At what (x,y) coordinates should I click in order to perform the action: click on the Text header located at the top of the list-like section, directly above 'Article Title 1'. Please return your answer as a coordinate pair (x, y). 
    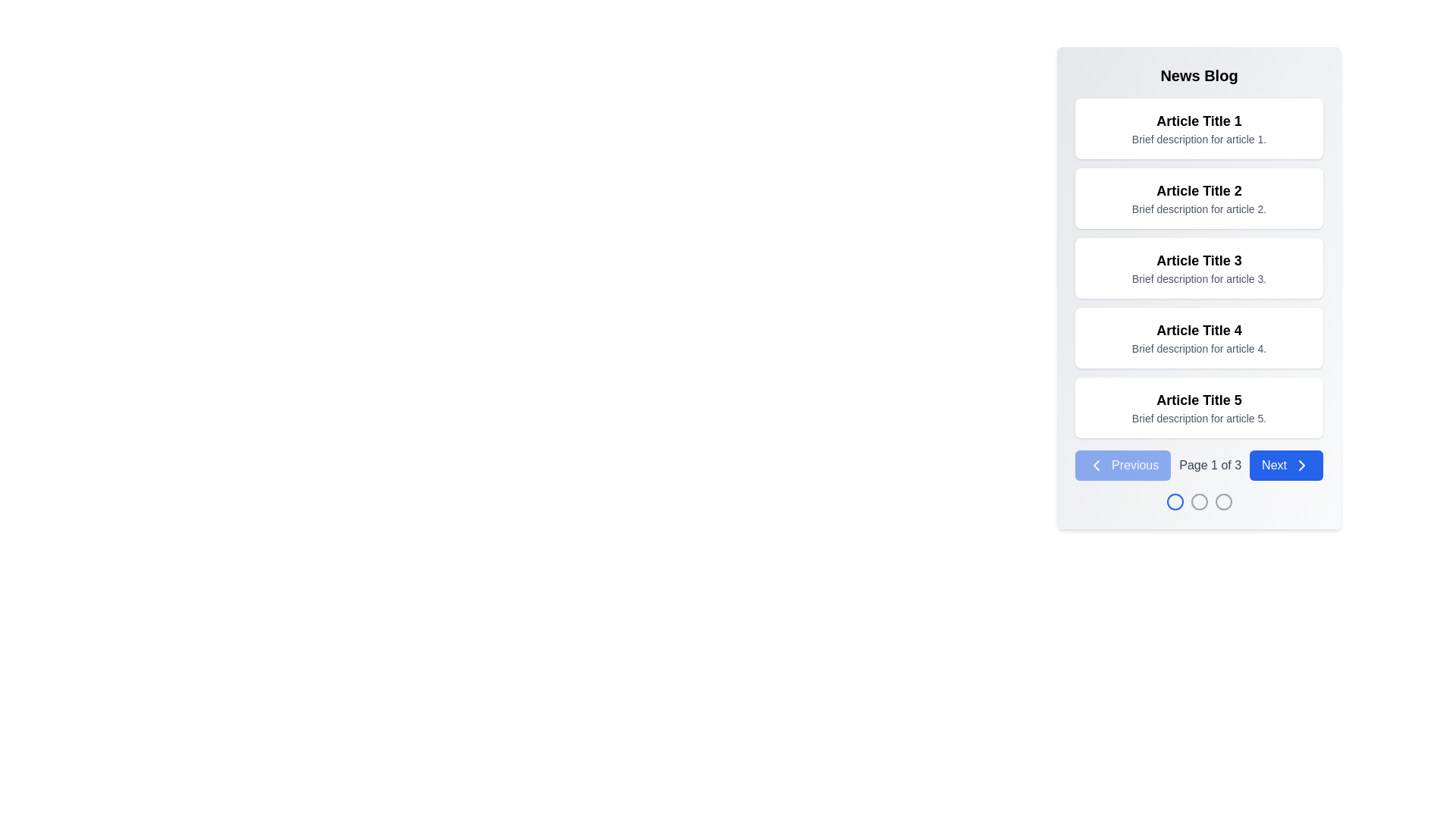
    Looking at the image, I should click on (1198, 76).